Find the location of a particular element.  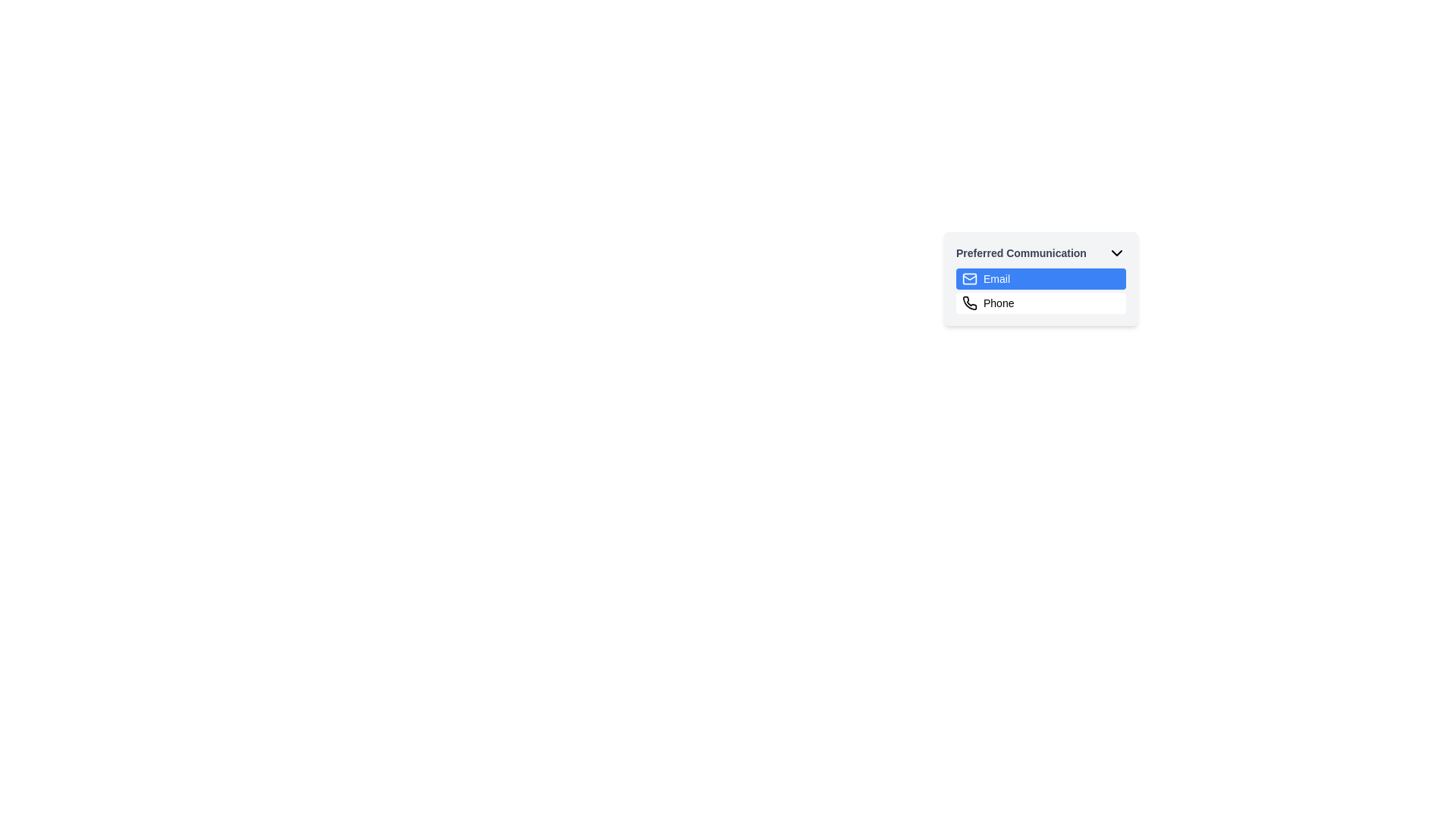

the downward-pointing arrow icon located to the right of the 'Preferred Communication' label is located at coordinates (1117, 253).